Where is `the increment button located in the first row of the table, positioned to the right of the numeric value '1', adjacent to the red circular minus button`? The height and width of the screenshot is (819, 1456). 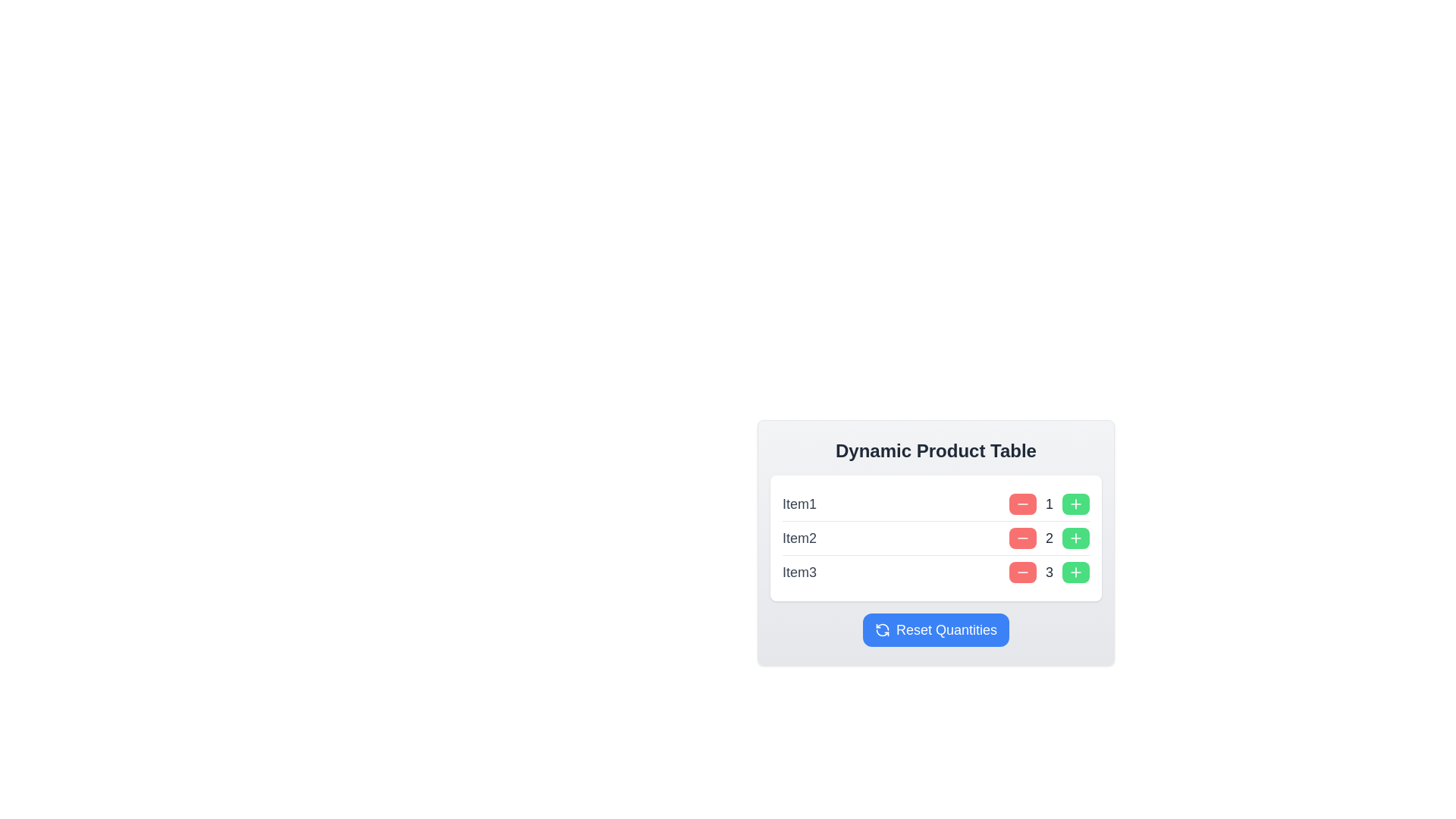
the increment button located in the first row of the table, positioned to the right of the numeric value '1', adjacent to the red circular minus button is located at coordinates (1075, 504).